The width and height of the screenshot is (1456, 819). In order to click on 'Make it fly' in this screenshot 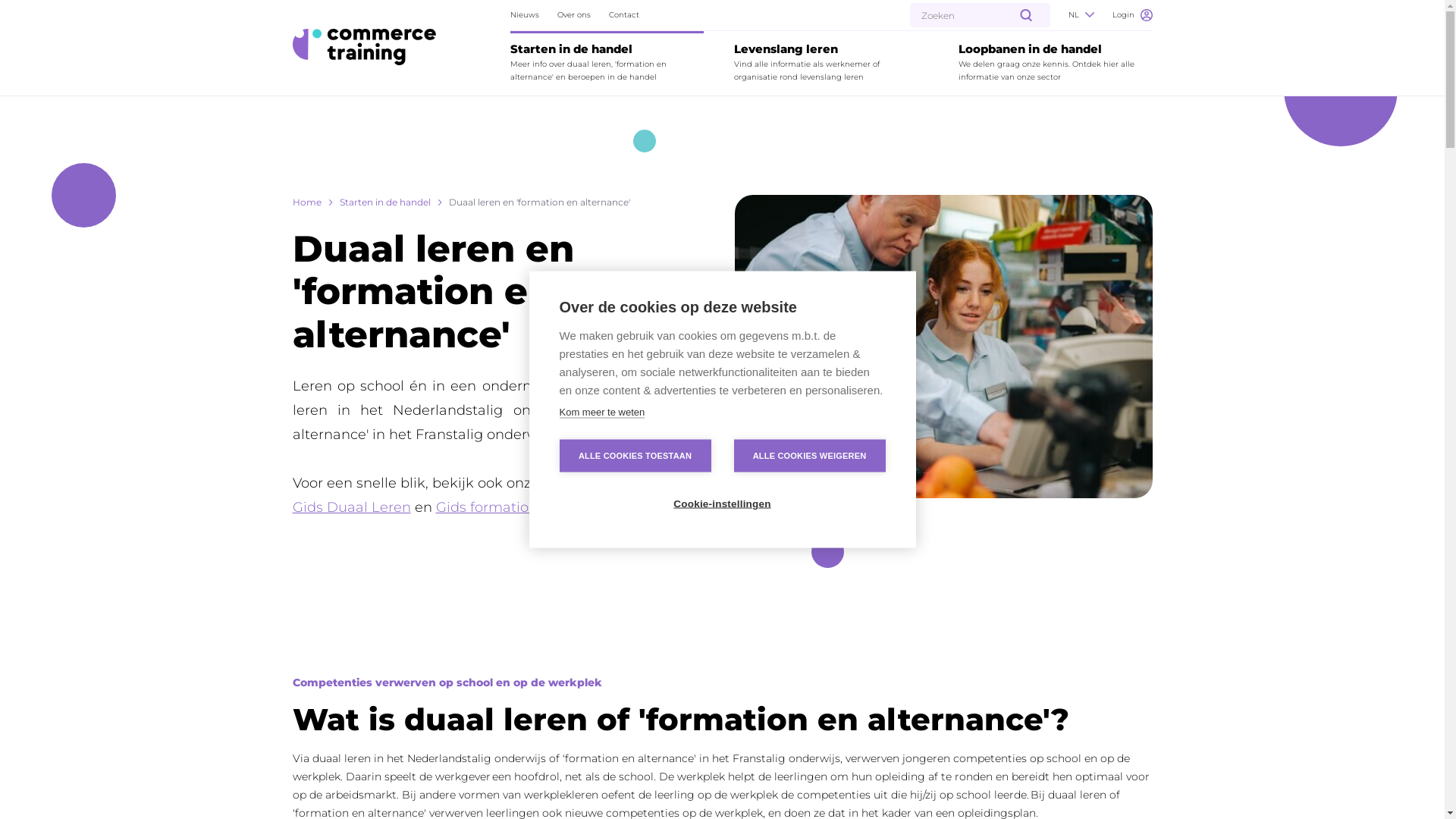, I will do `click(364, 45)`.